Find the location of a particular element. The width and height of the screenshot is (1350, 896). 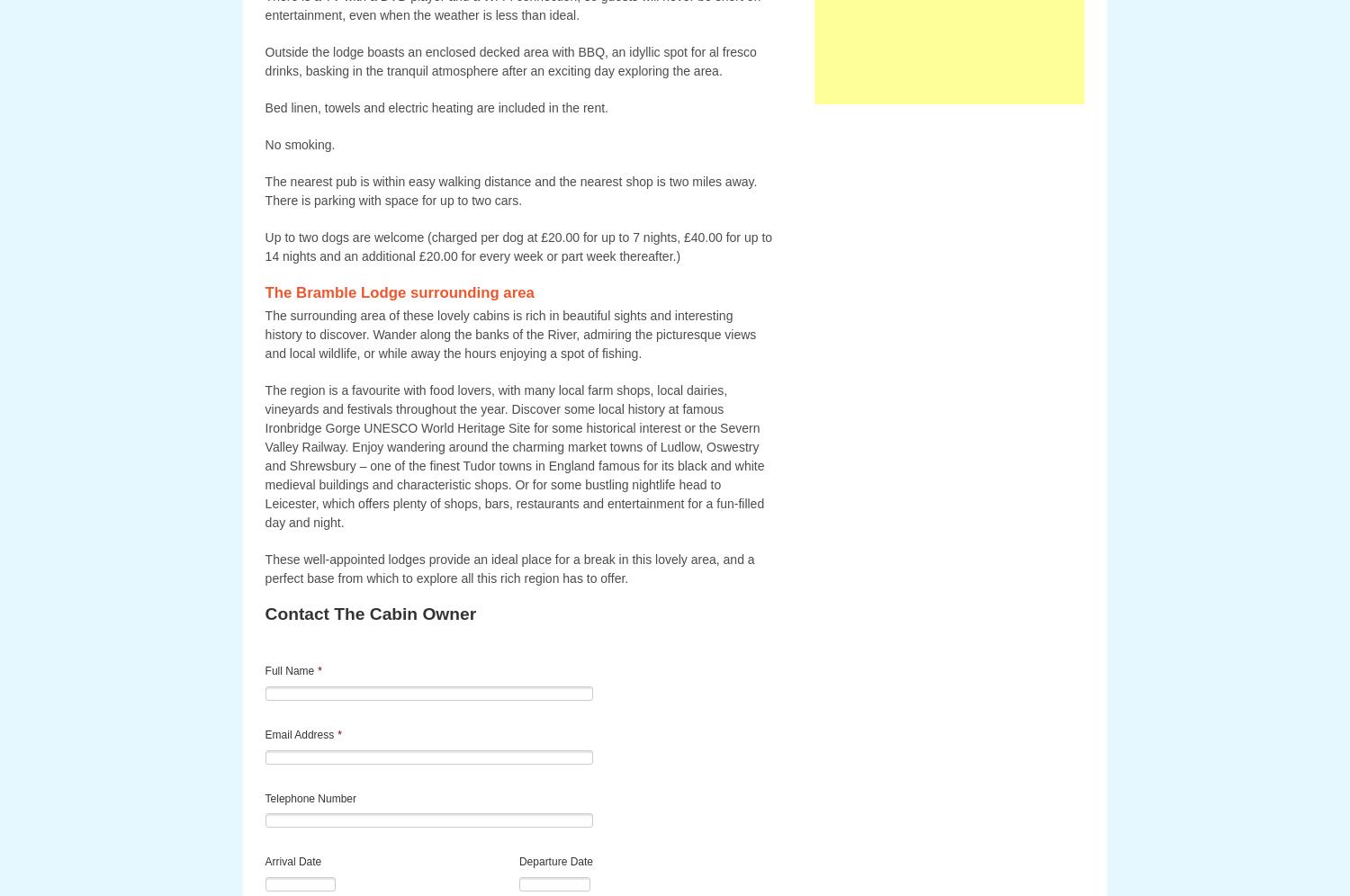

'These well-appointed lodges provide an ideal place for a break in this lovely area, and a perfect base from which to explore all this rich region has to offer.' is located at coordinates (508, 568).